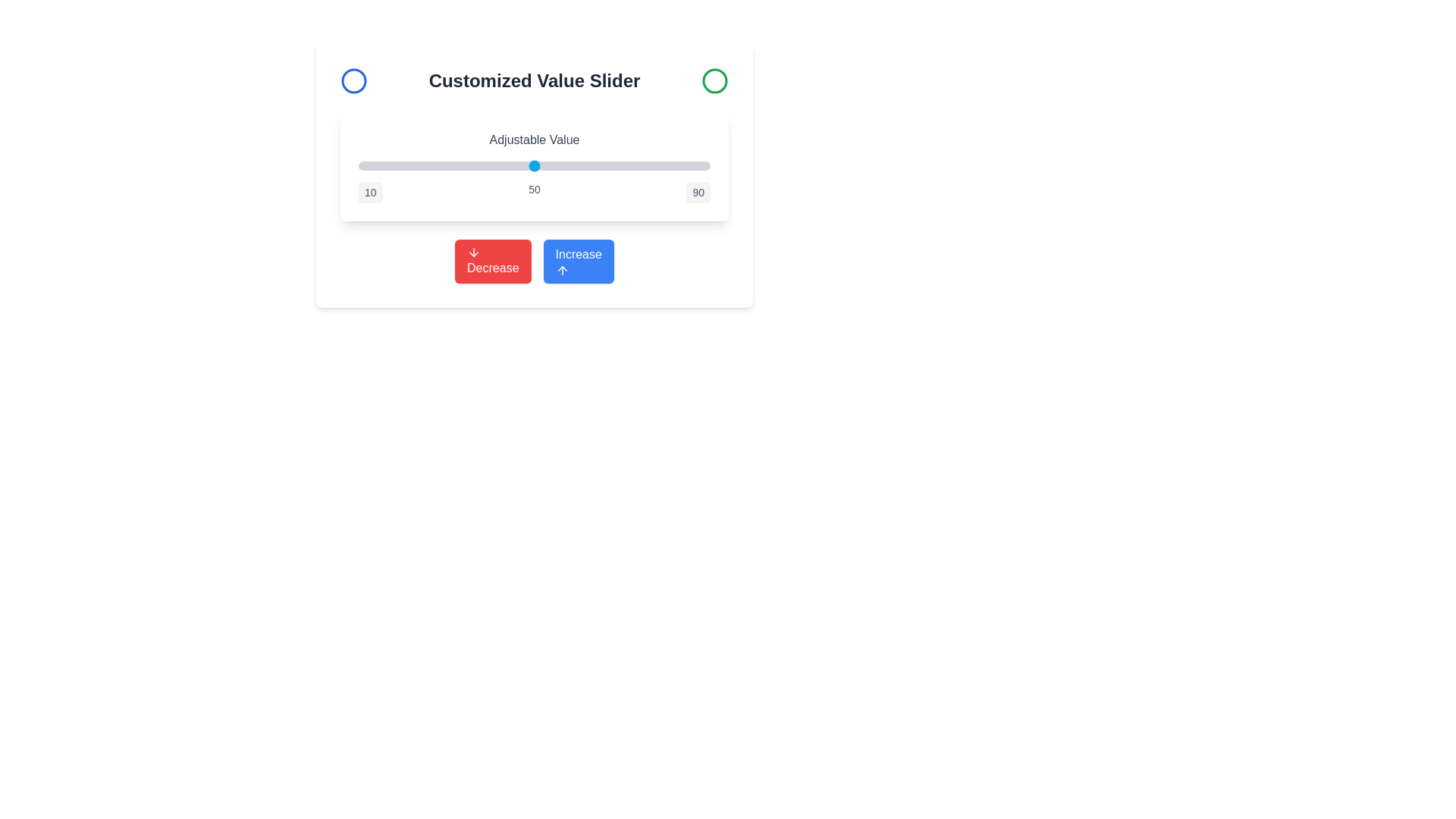  What do you see at coordinates (626, 166) in the screenshot?
I see `the slider value` at bounding box center [626, 166].